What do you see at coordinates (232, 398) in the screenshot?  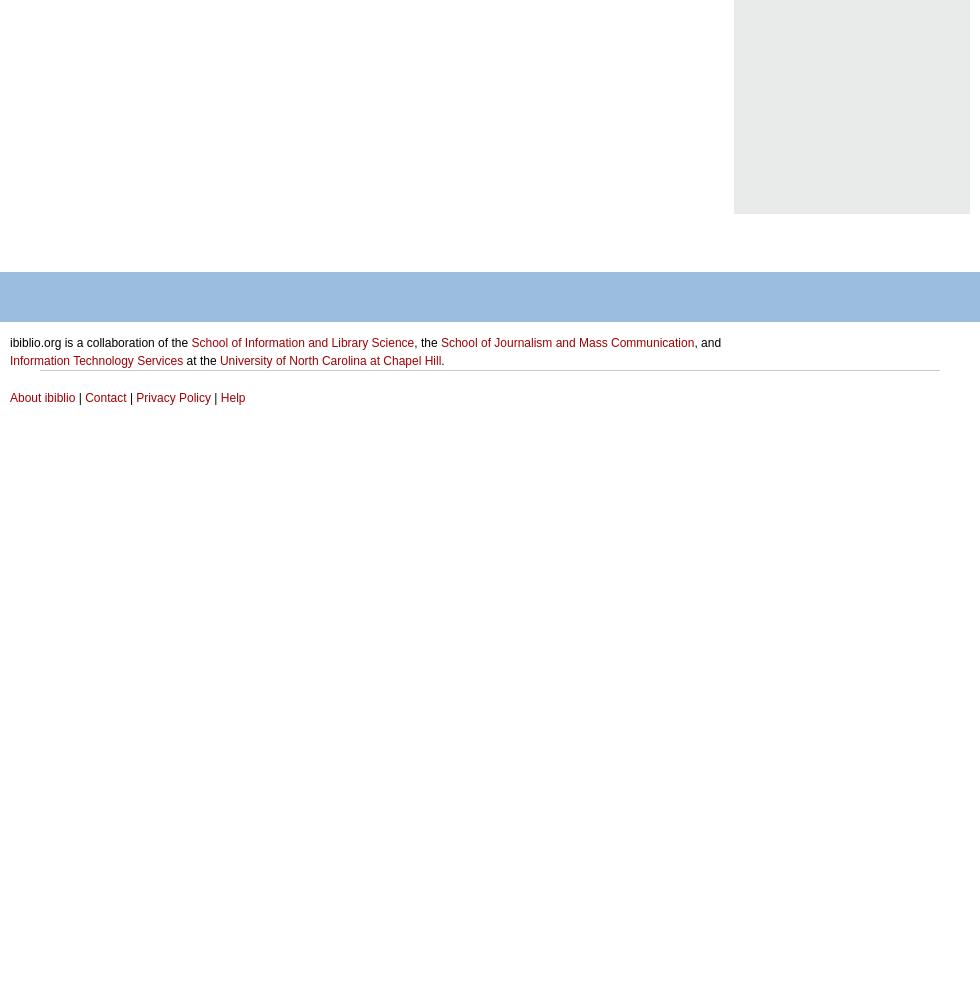 I see `'Help'` at bounding box center [232, 398].